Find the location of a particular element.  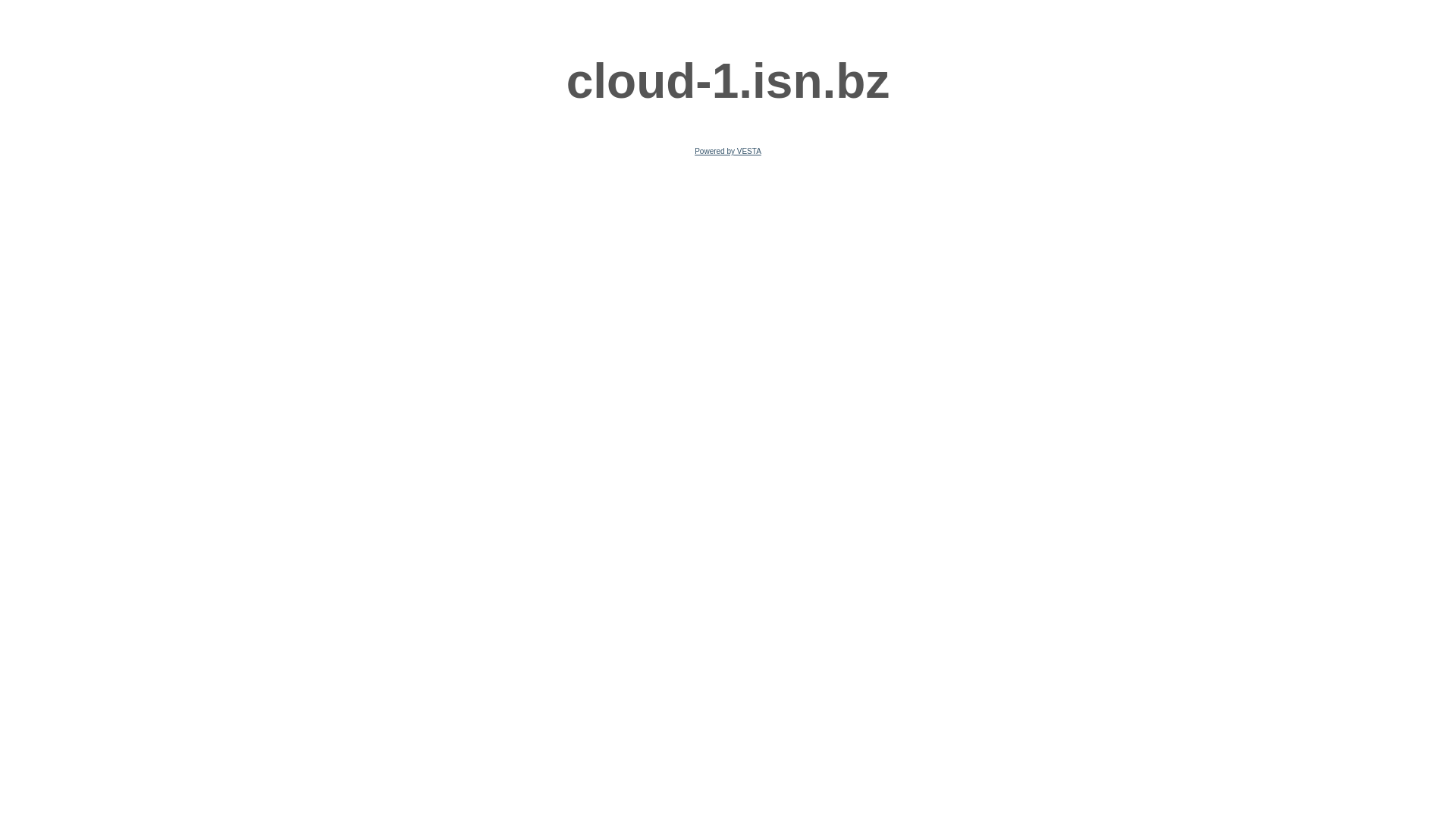

'Powered by VESTA' is located at coordinates (728, 151).